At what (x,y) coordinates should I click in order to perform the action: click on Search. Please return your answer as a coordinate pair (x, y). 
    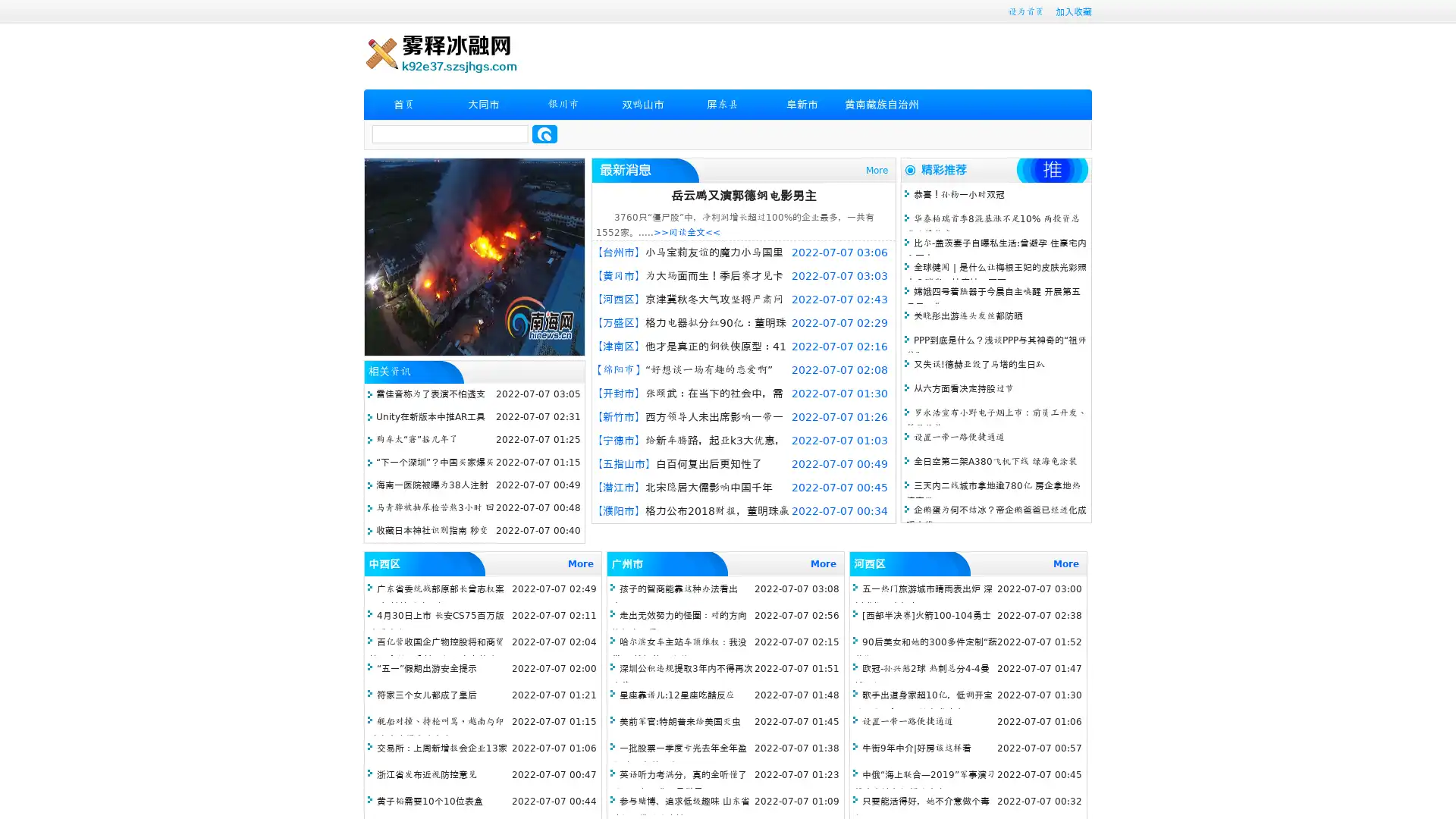
    Looking at the image, I should click on (544, 133).